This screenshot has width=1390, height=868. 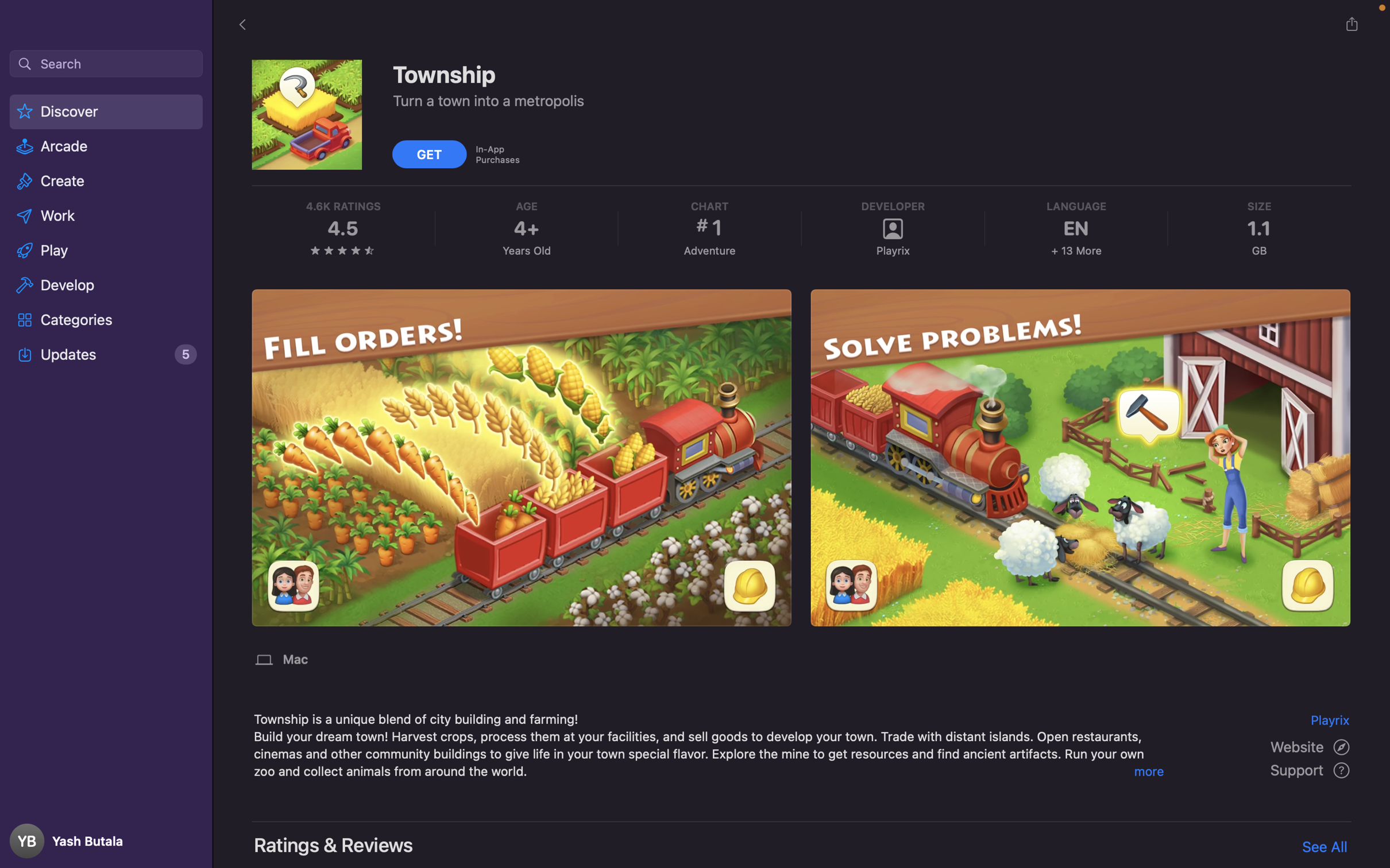 I want to click on the "get" button and then select the "In-App Purchases" option to view available in-app purchases, so click(x=430, y=153).